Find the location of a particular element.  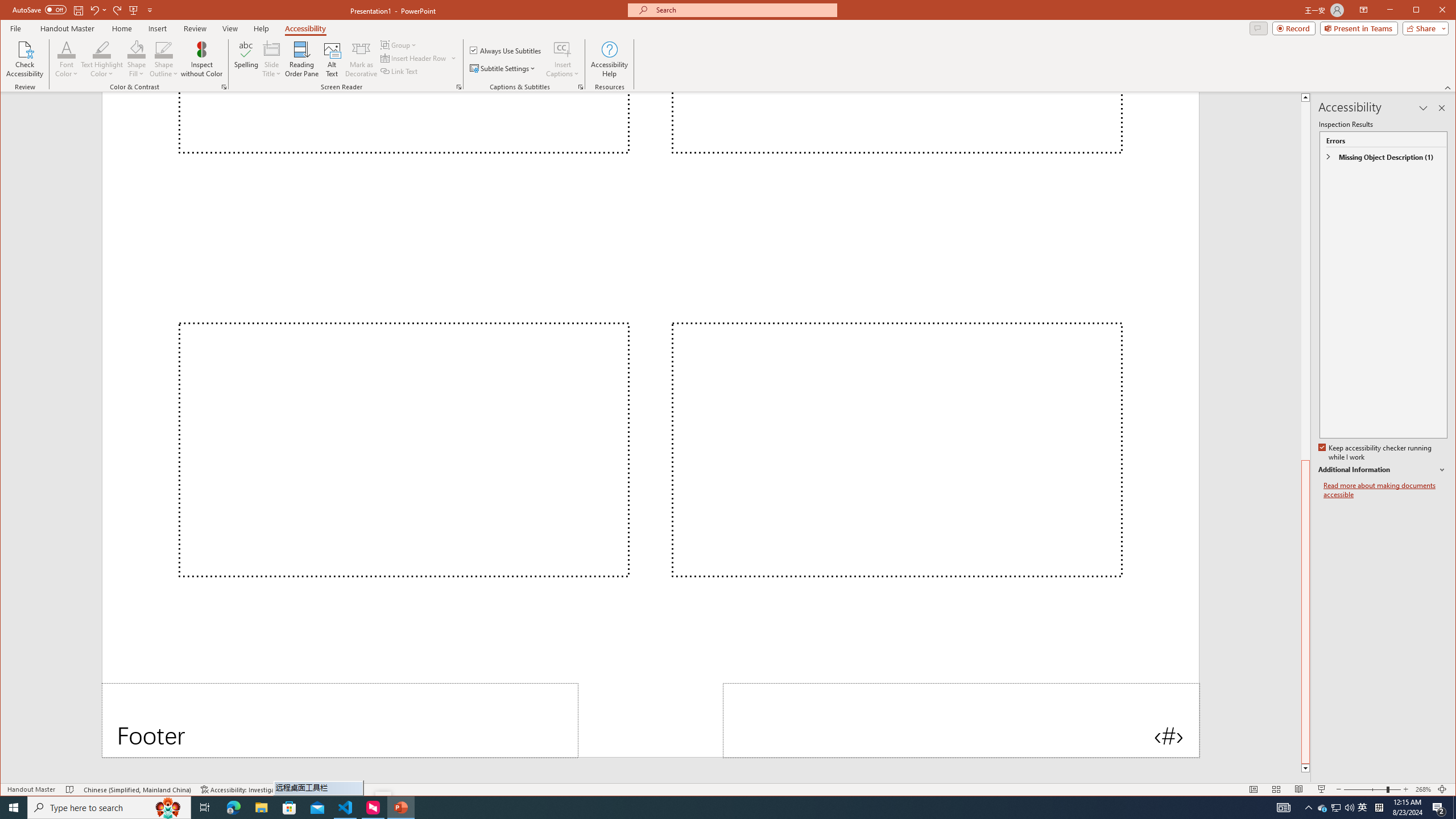

'Record' is located at coordinates (1293, 28).